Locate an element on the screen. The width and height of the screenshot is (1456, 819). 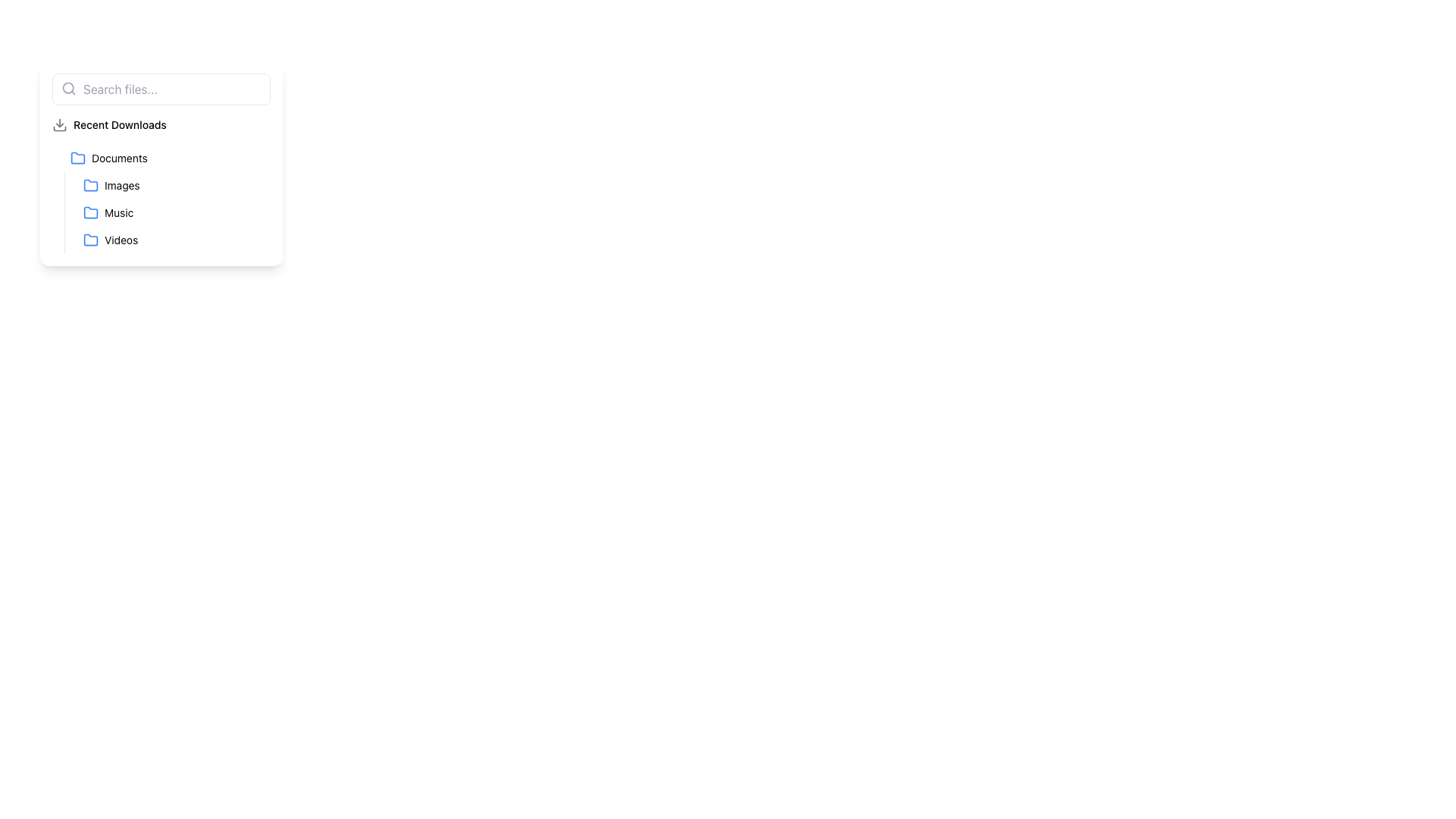
the fourth folder icon representing a folder containing files under the 'Videos' category is located at coordinates (90, 239).